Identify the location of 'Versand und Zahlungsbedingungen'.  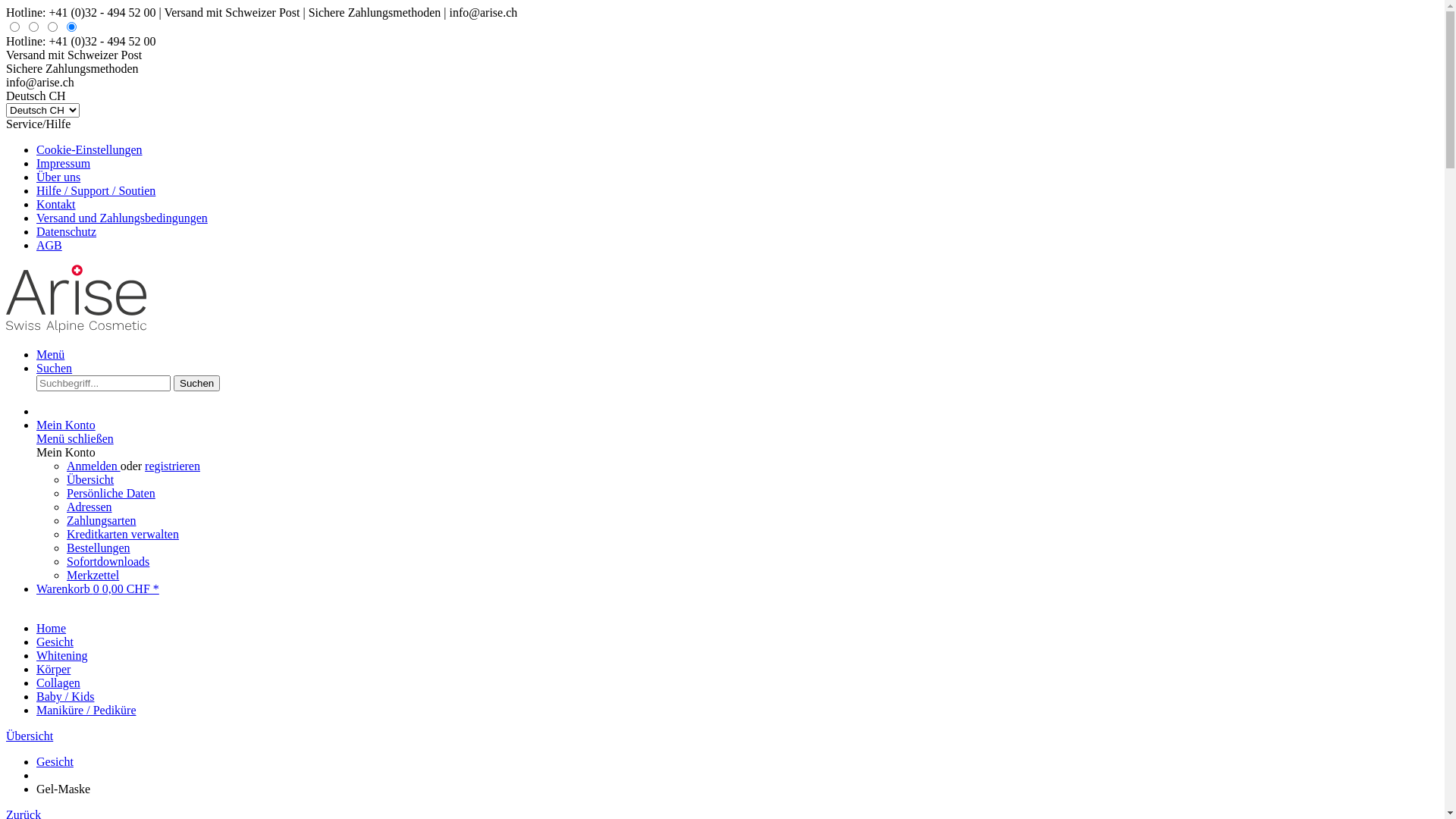
(122, 218).